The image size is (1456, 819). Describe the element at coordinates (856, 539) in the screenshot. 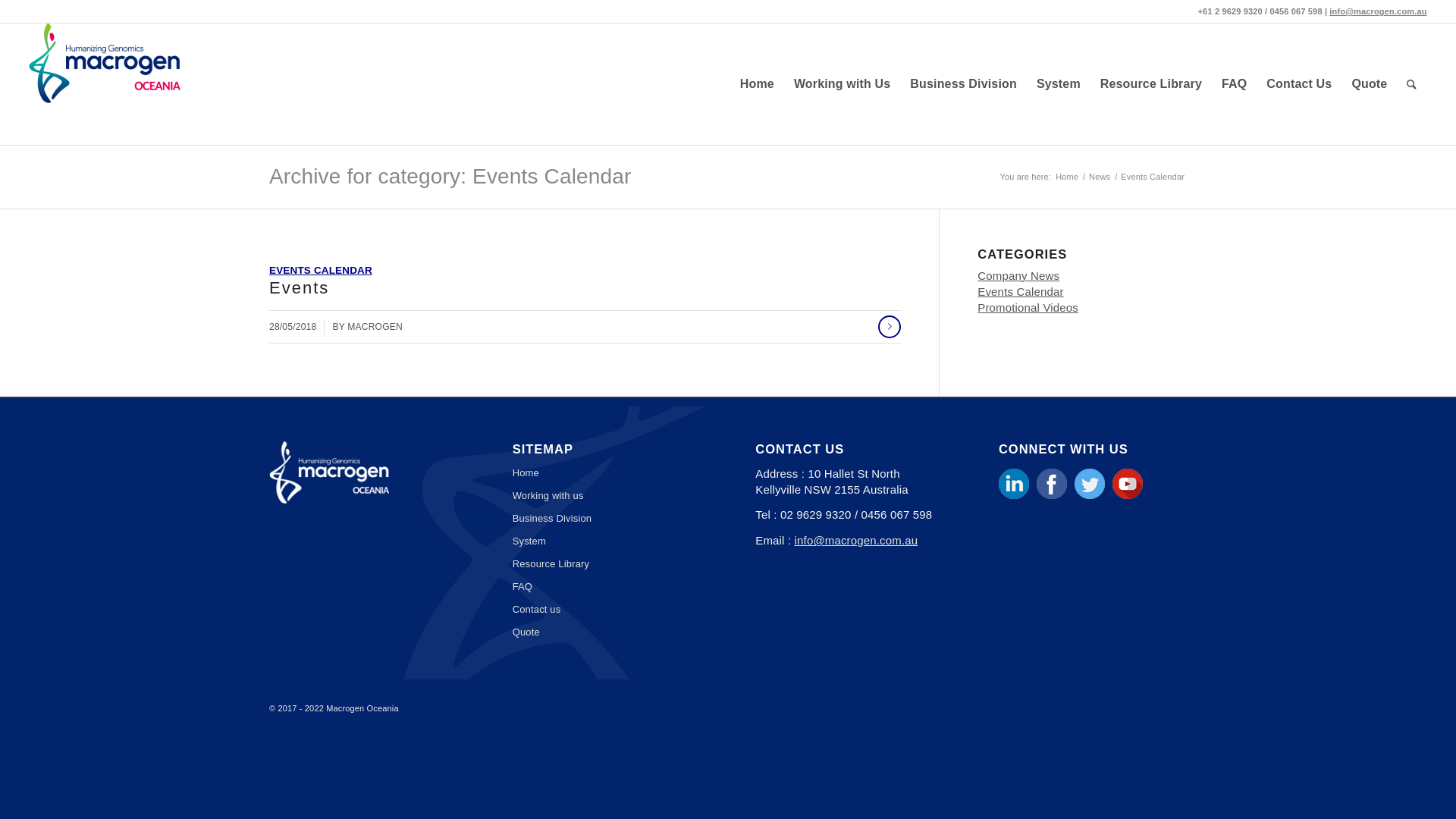

I see `'info@macrogen.com.au'` at that location.